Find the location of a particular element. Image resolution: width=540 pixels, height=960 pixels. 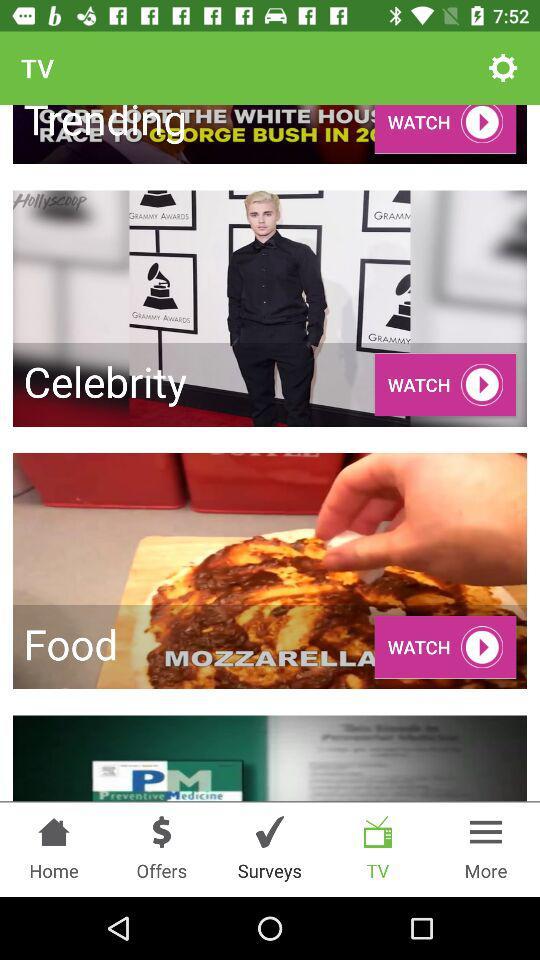

icon above surveys is located at coordinates (270, 832).